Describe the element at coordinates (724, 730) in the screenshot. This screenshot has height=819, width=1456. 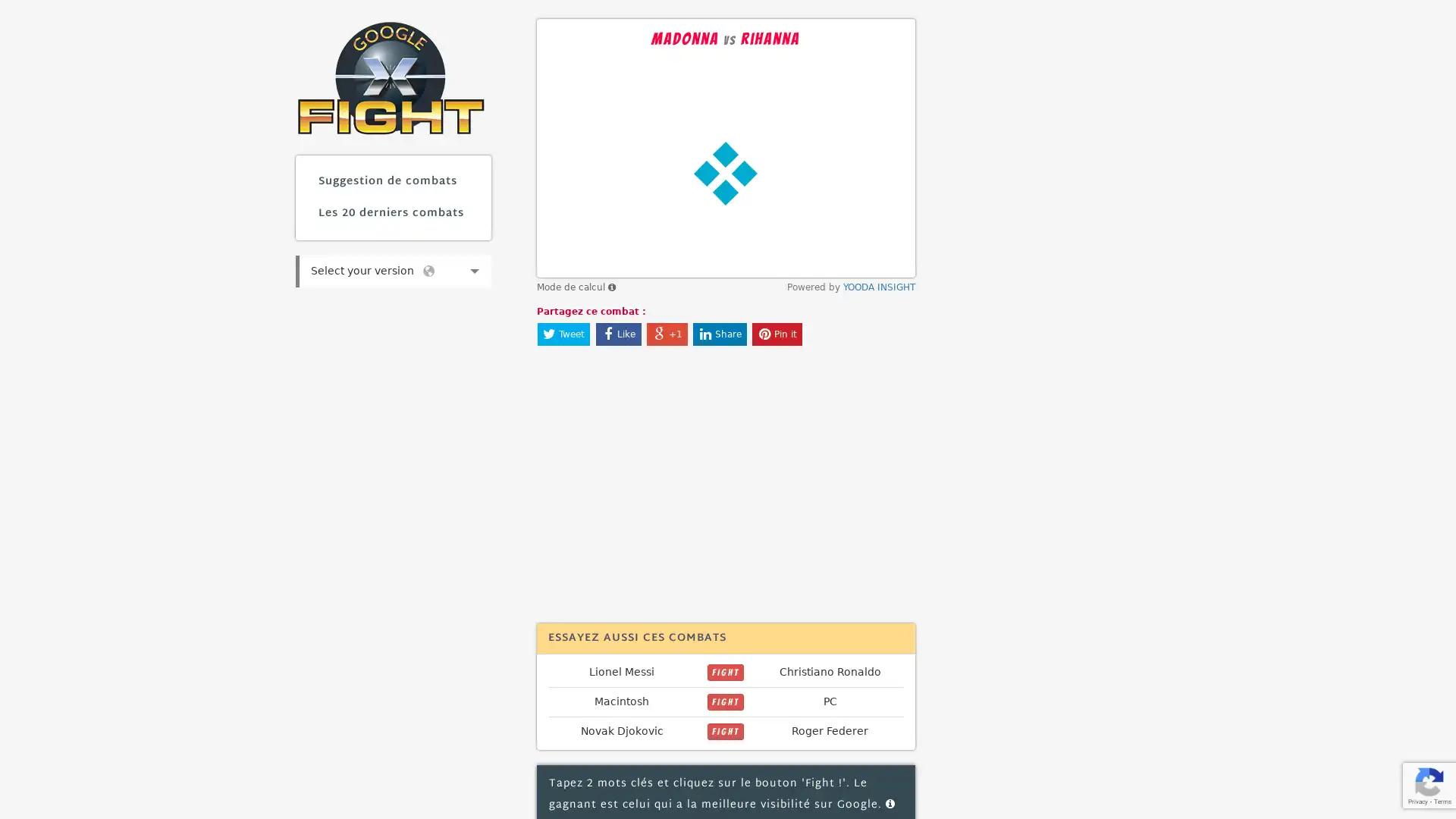
I see `FIGHT` at that location.